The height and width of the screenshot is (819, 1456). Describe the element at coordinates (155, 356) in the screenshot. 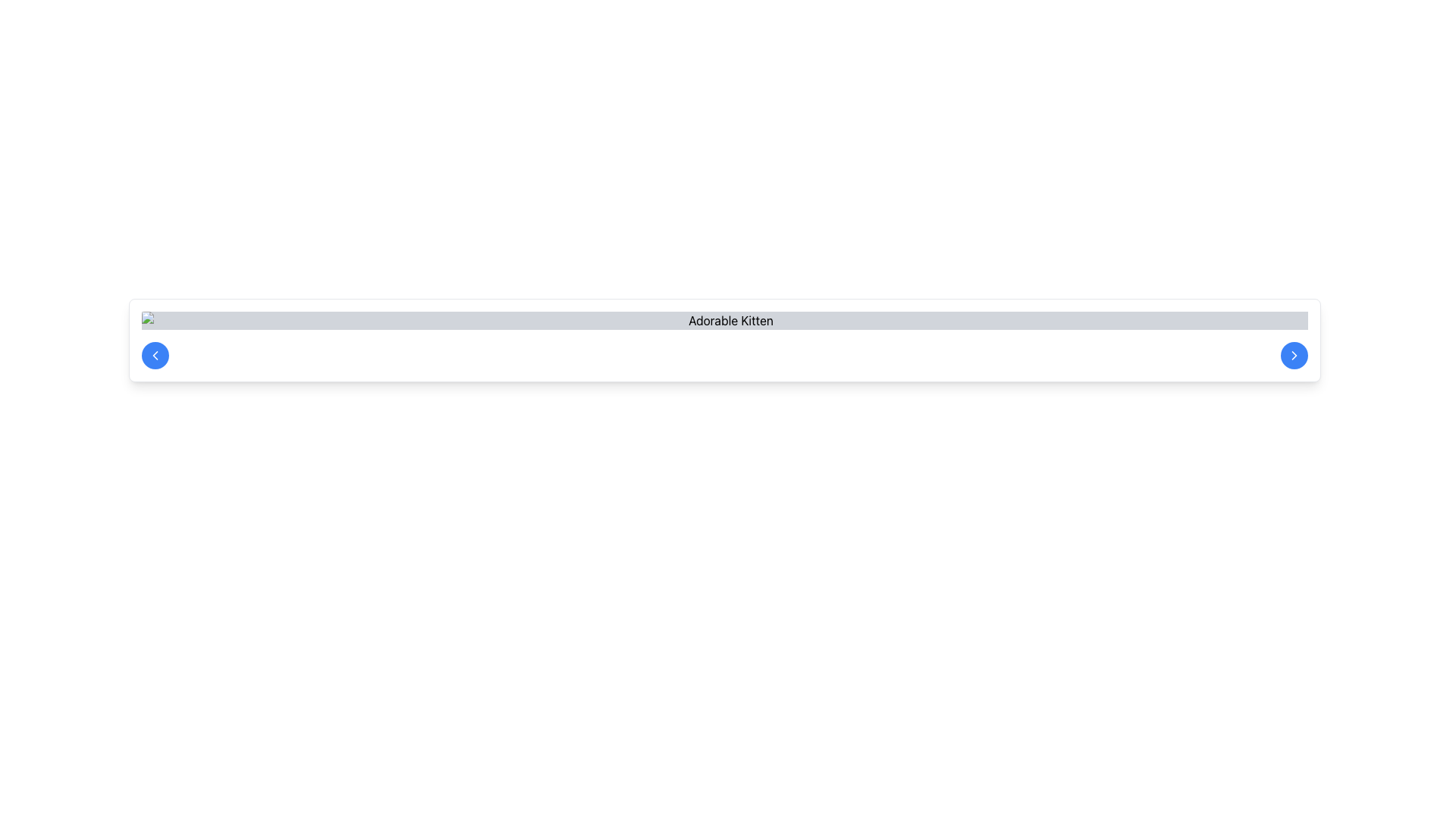

I see `the navigation button located on the left-hand side of the horizontal bar` at that location.